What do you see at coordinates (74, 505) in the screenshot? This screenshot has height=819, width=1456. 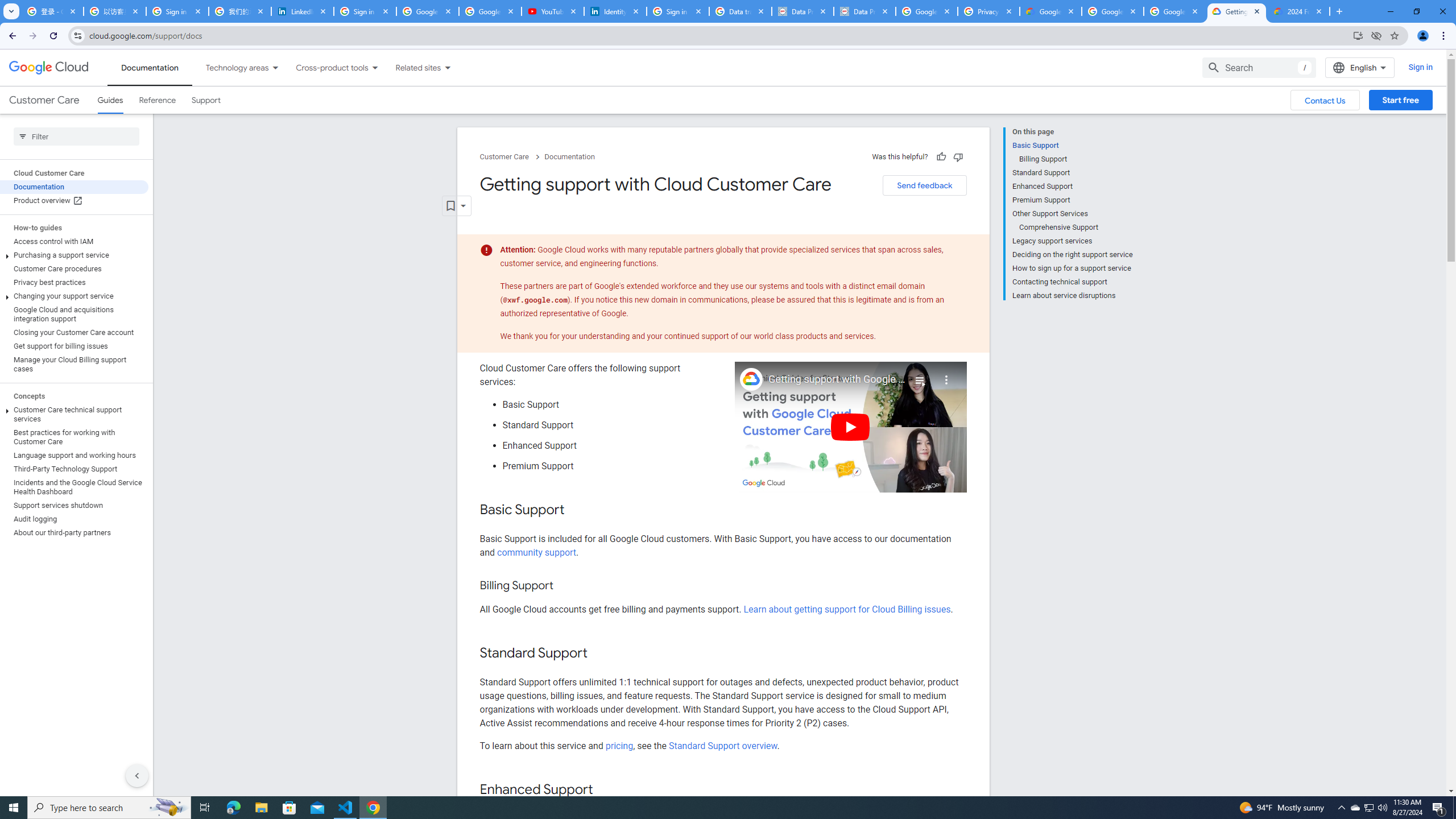 I see `'Support services shutdown'` at bounding box center [74, 505].